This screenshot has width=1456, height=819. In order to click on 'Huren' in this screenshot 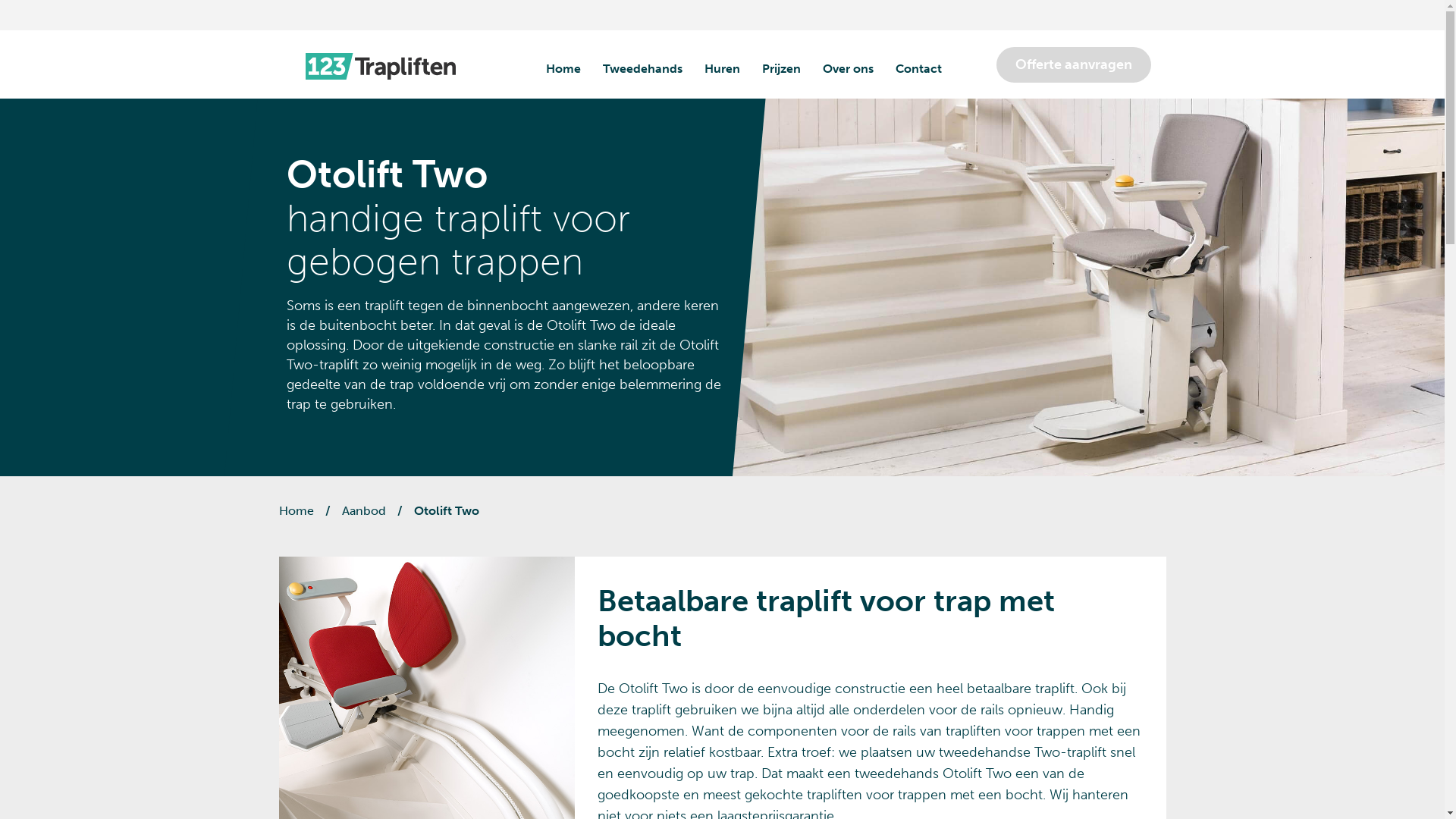, I will do `click(720, 69)`.